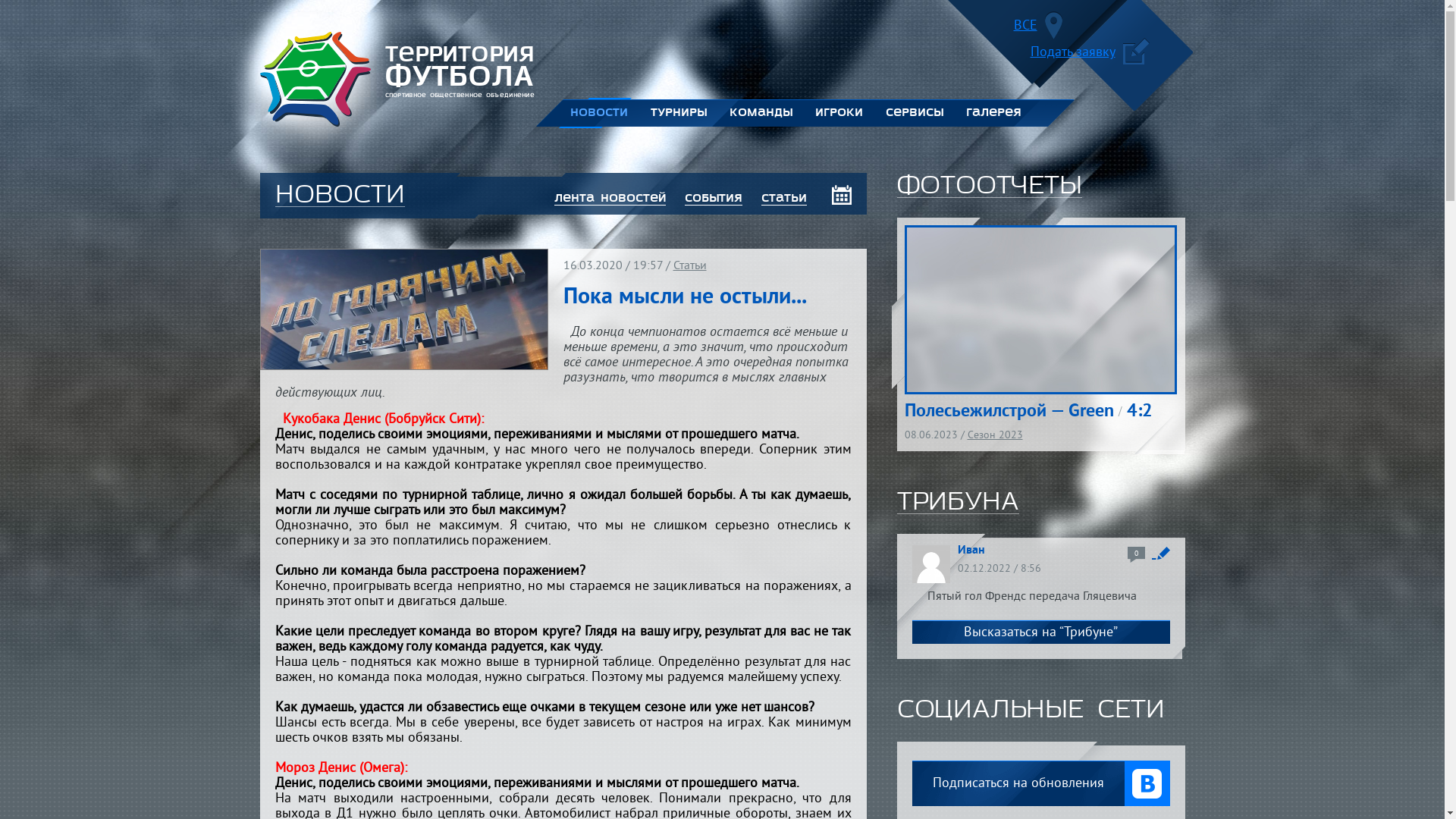  What do you see at coordinates (1127, 554) in the screenshot?
I see `'0'` at bounding box center [1127, 554].